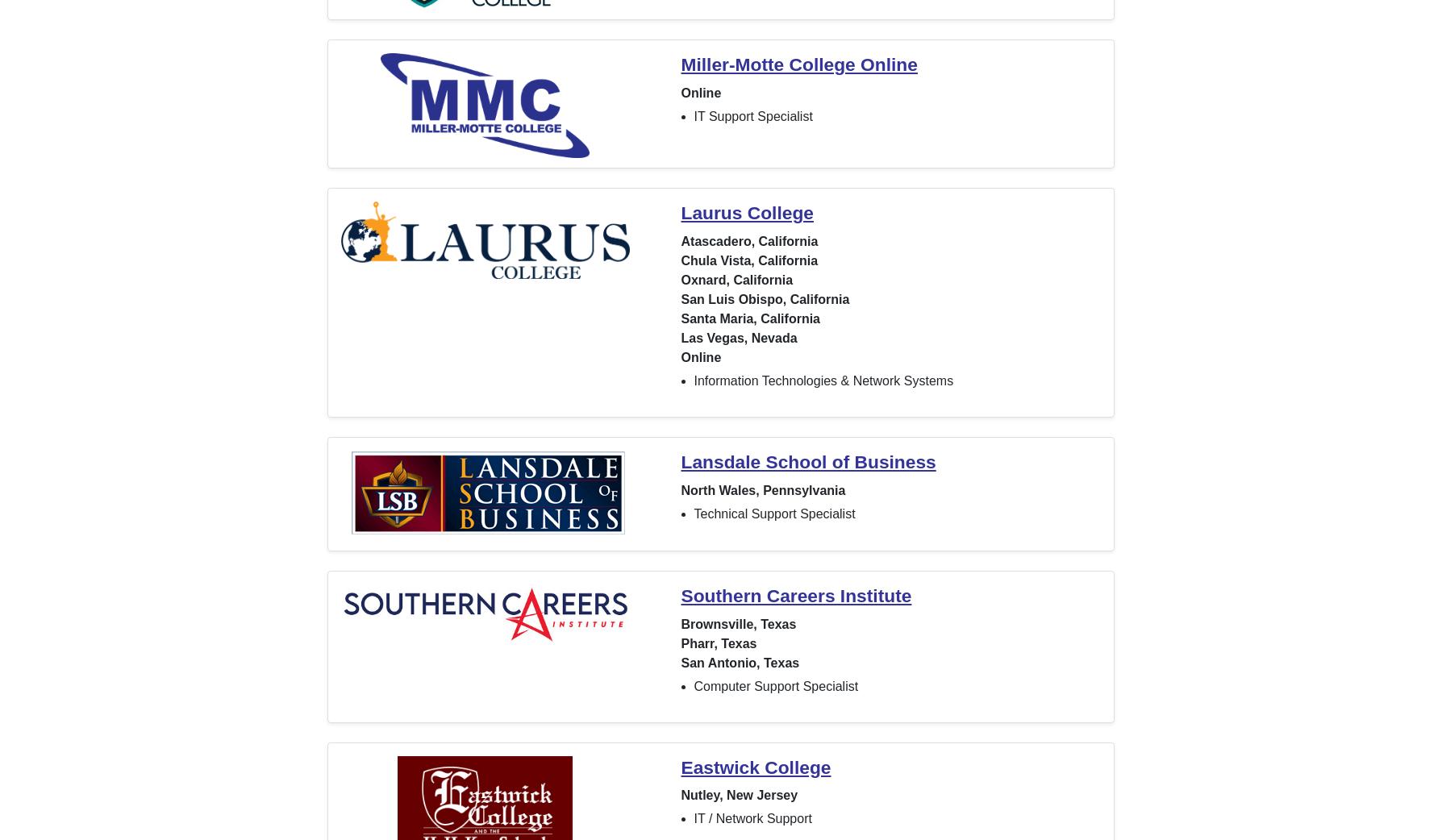  I want to click on 'Information Technologies & Network Systems', so click(823, 380).